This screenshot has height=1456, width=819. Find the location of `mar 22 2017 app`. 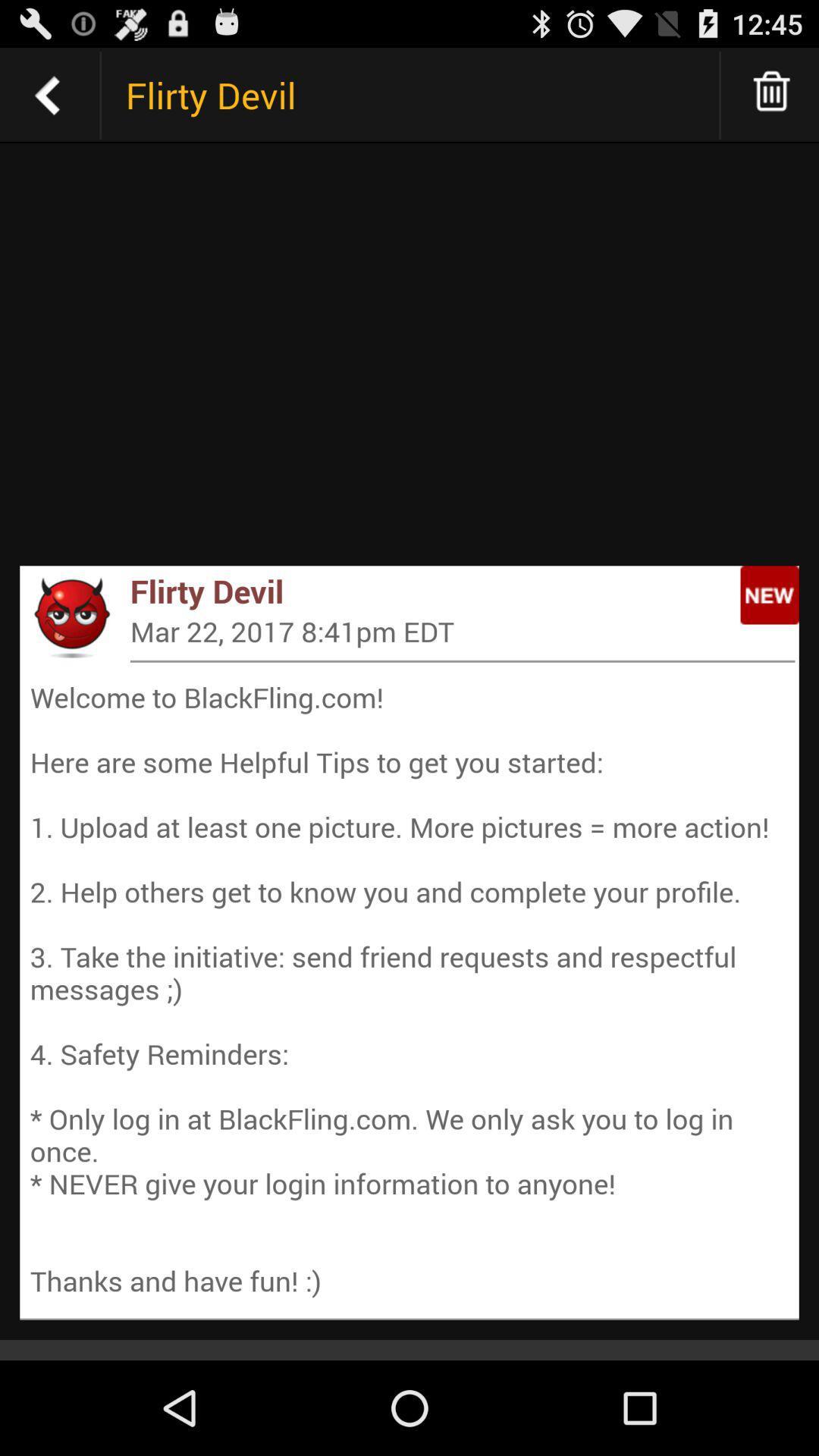

mar 22 2017 app is located at coordinates (462, 631).